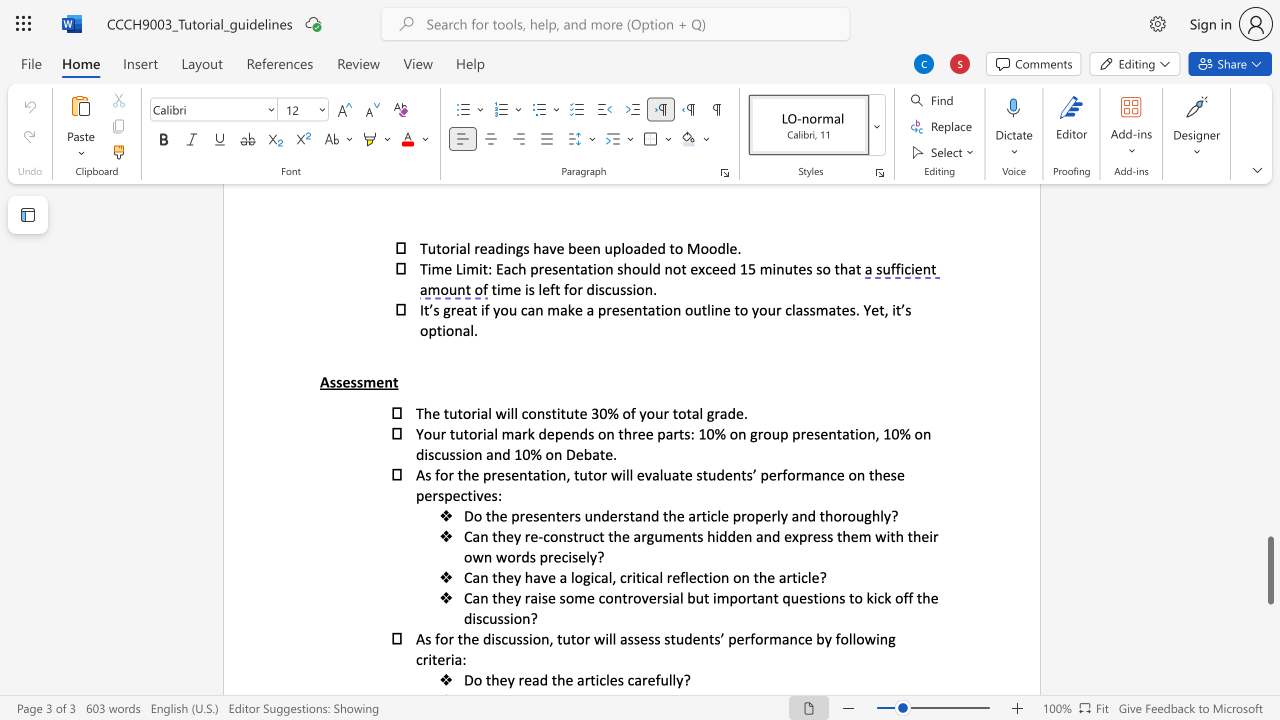 The width and height of the screenshot is (1280, 720). I want to click on the scrollbar on the right, so click(1269, 238).